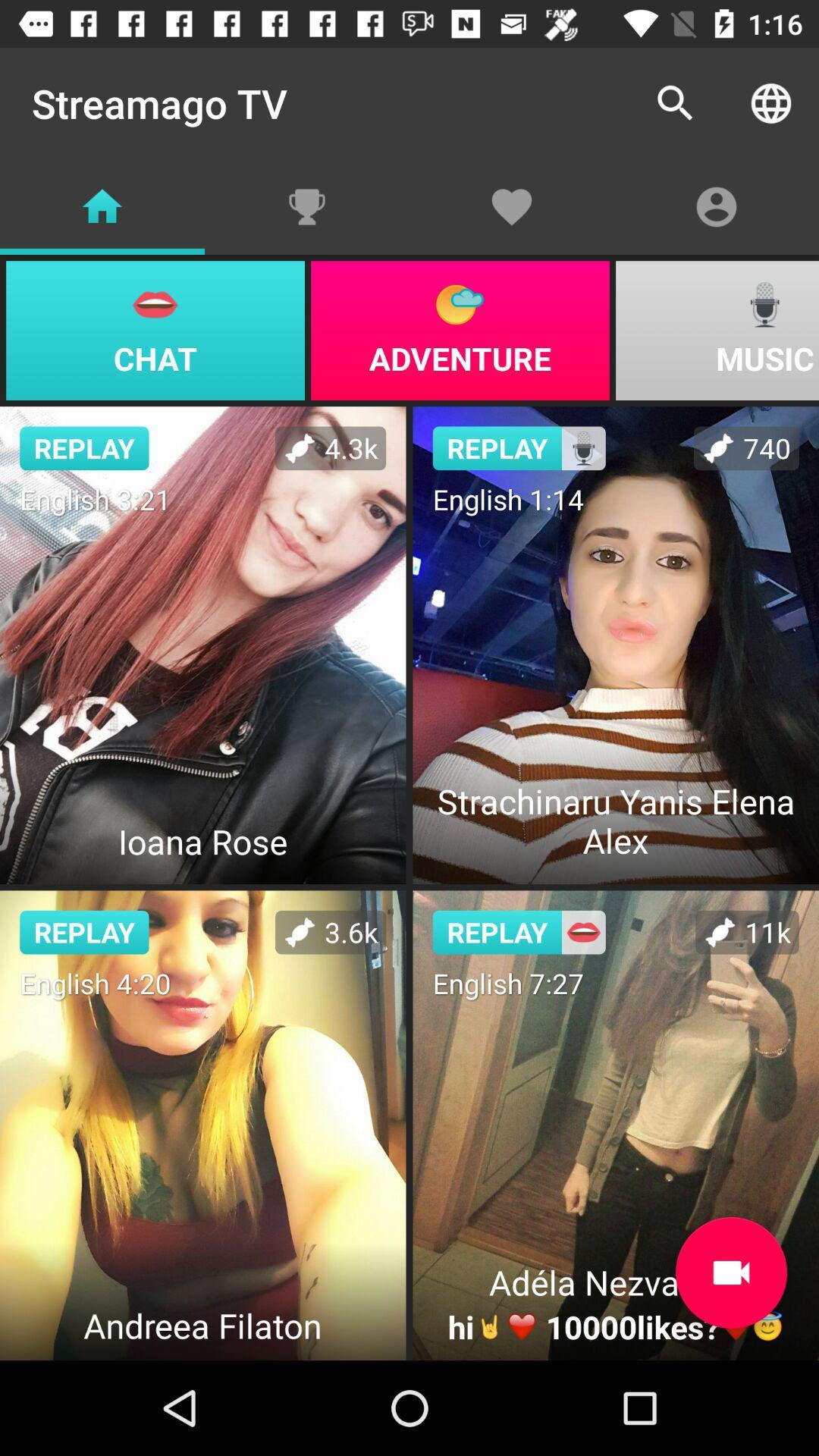 The width and height of the screenshot is (819, 1456). Describe the element at coordinates (730, 1272) in the screenshot. I see `the videocam icon` at that location.